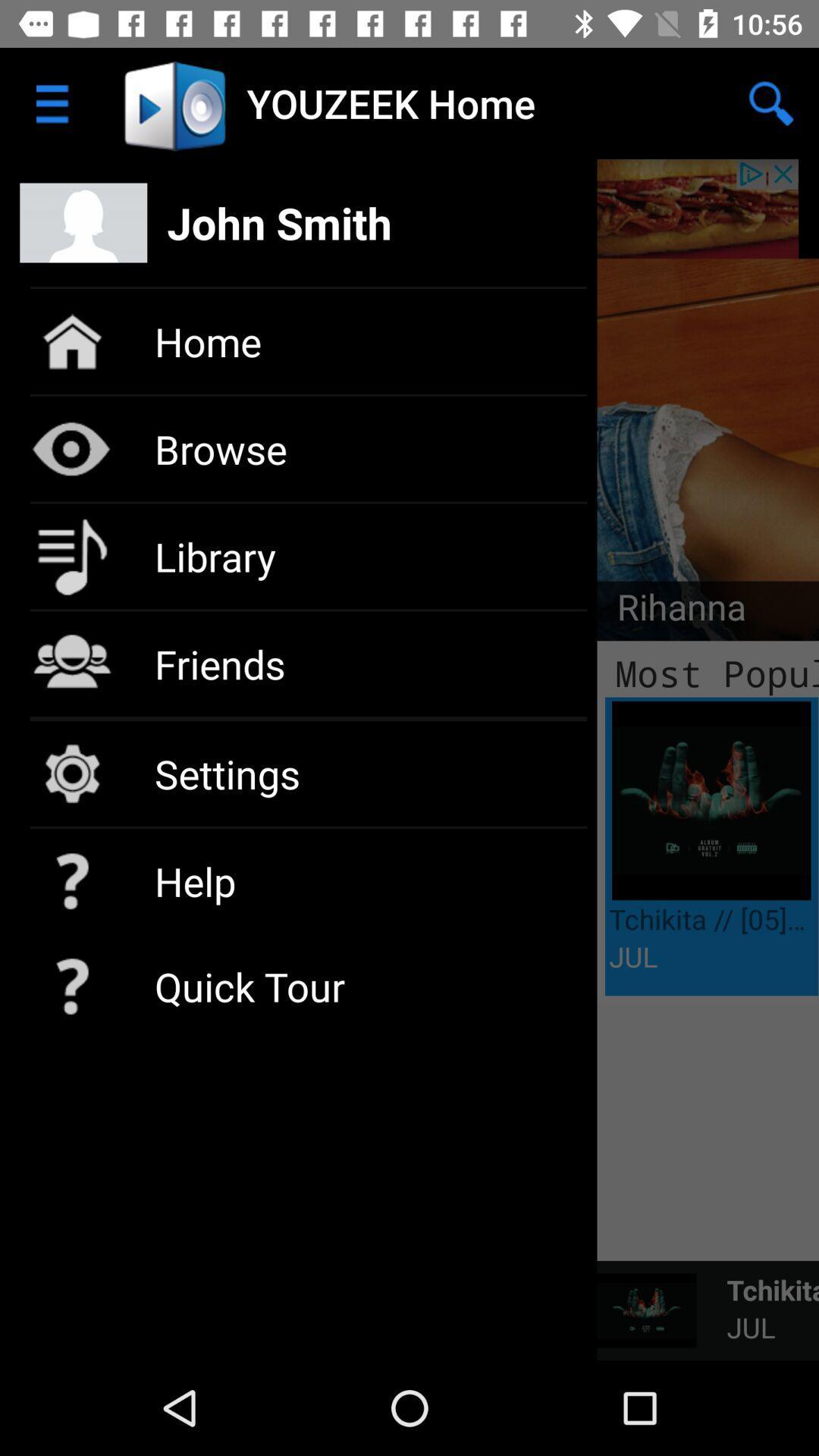 The image size is (819, 1456). I want to click on the item above the most popular item, so click(670, 611).